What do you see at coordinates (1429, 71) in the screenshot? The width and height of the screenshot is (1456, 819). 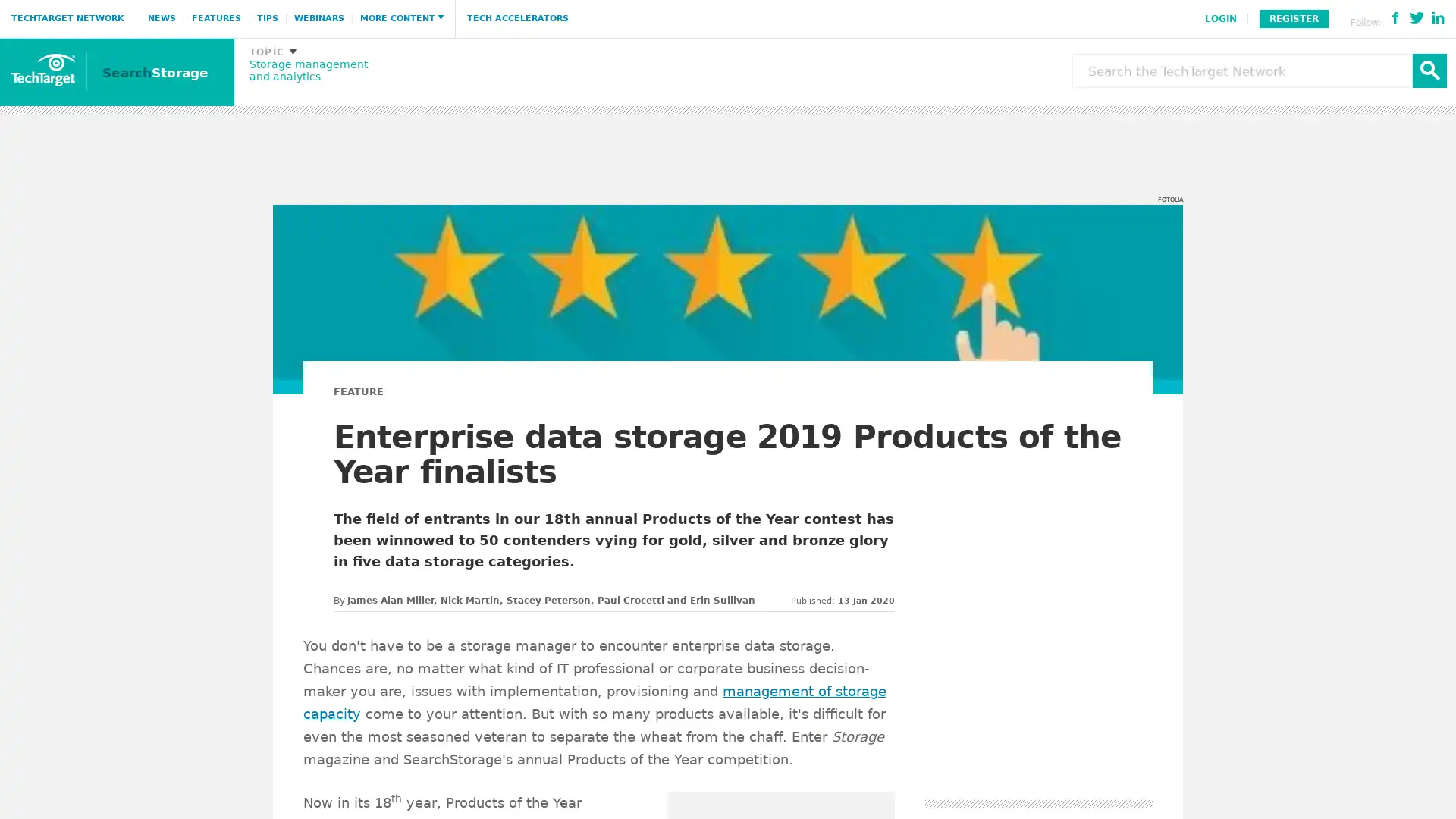 I see `Search` at bounding box center [1429, 71].